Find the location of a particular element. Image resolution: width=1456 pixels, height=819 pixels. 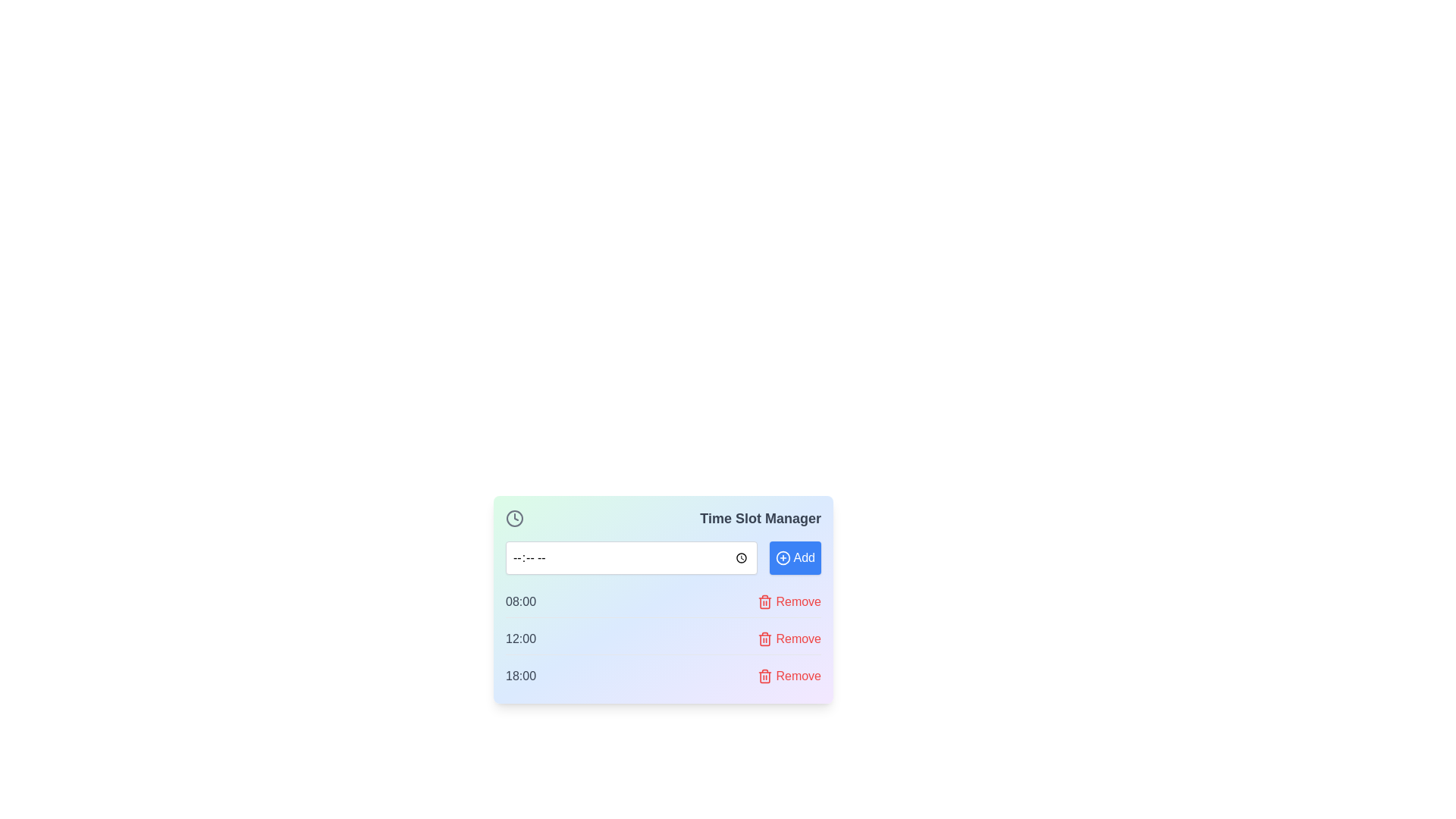

the time-related icon located in the 'Time Slot Manager' section, positioned at the top-left corner of the section, to the far left of the header text is located at coordinates (514, 517).